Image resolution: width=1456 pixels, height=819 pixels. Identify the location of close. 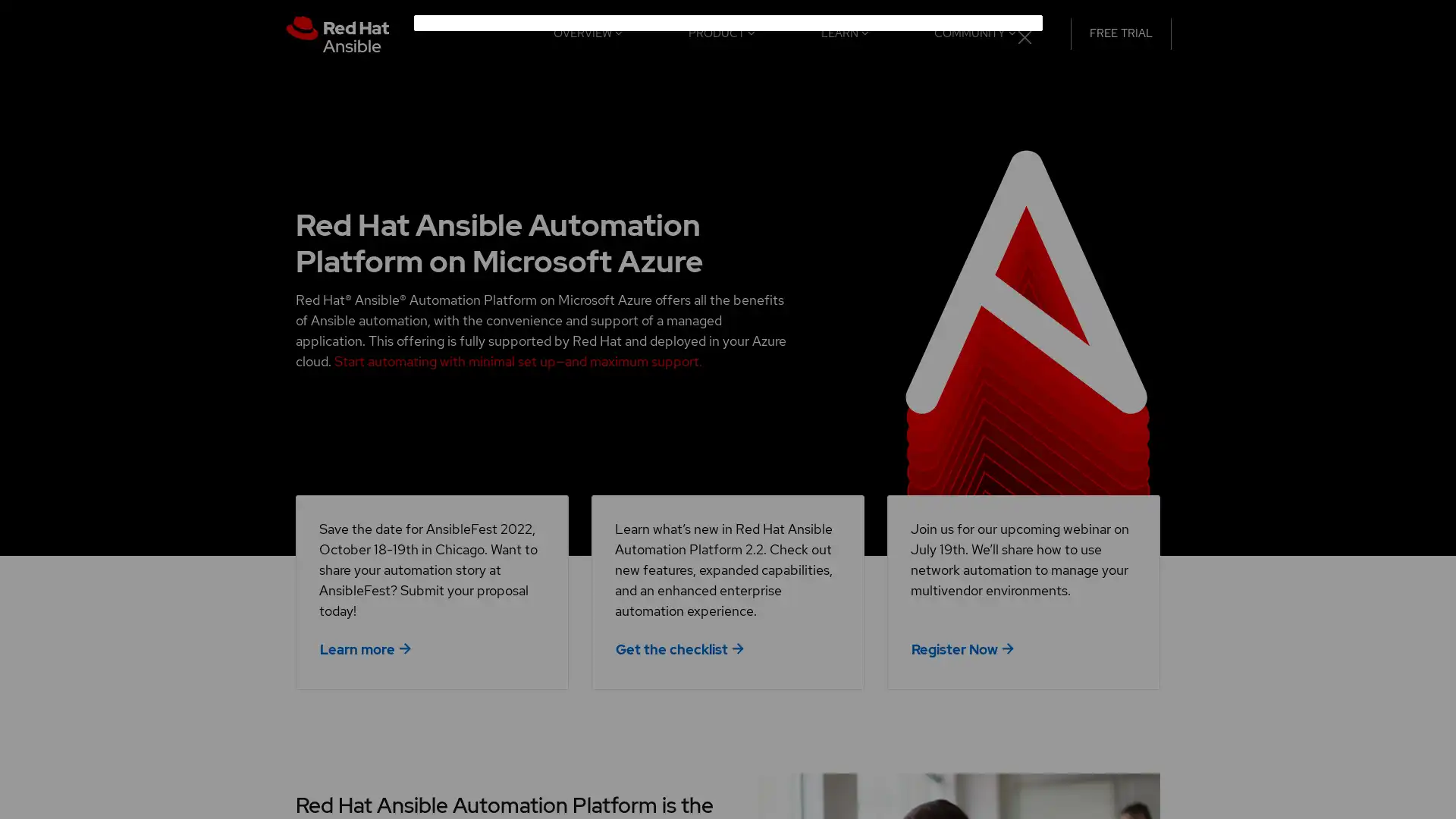
(1024, 35).